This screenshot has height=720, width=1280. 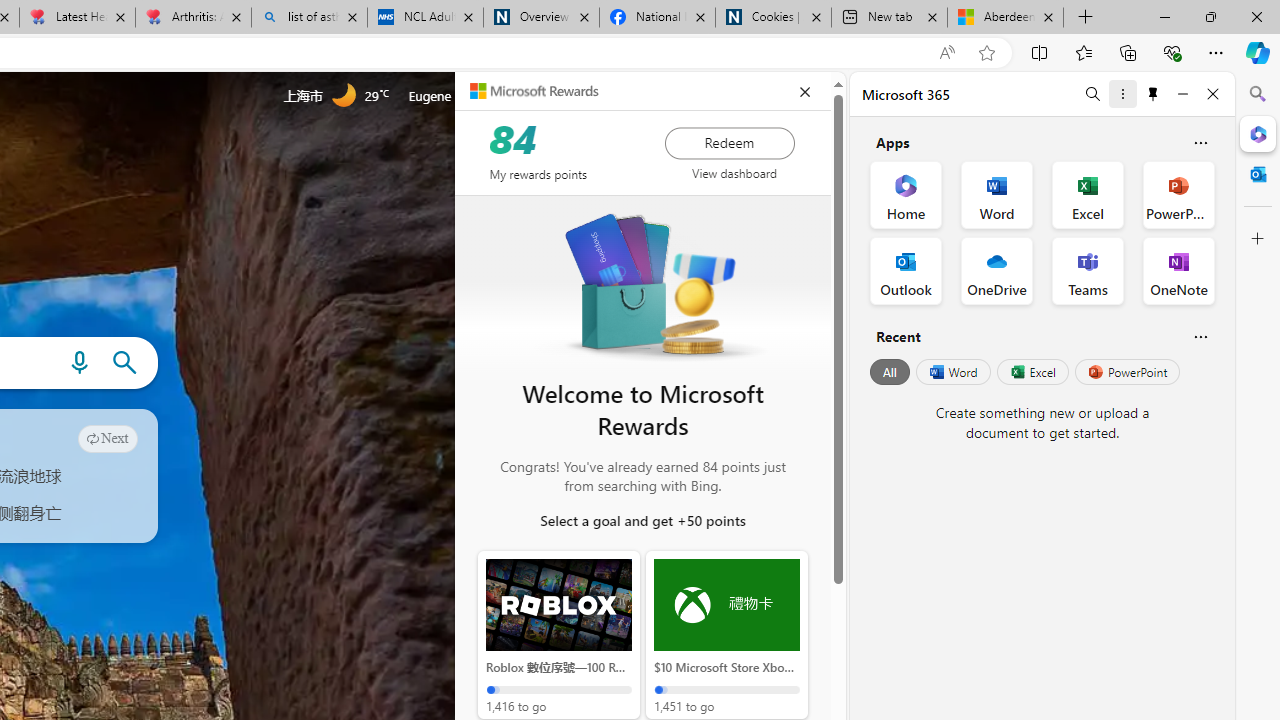 What do you see at coordinates (772, 17) in the screenshot?
I see `'Cookies | About | NICE'` at bounding box center [772, 17].